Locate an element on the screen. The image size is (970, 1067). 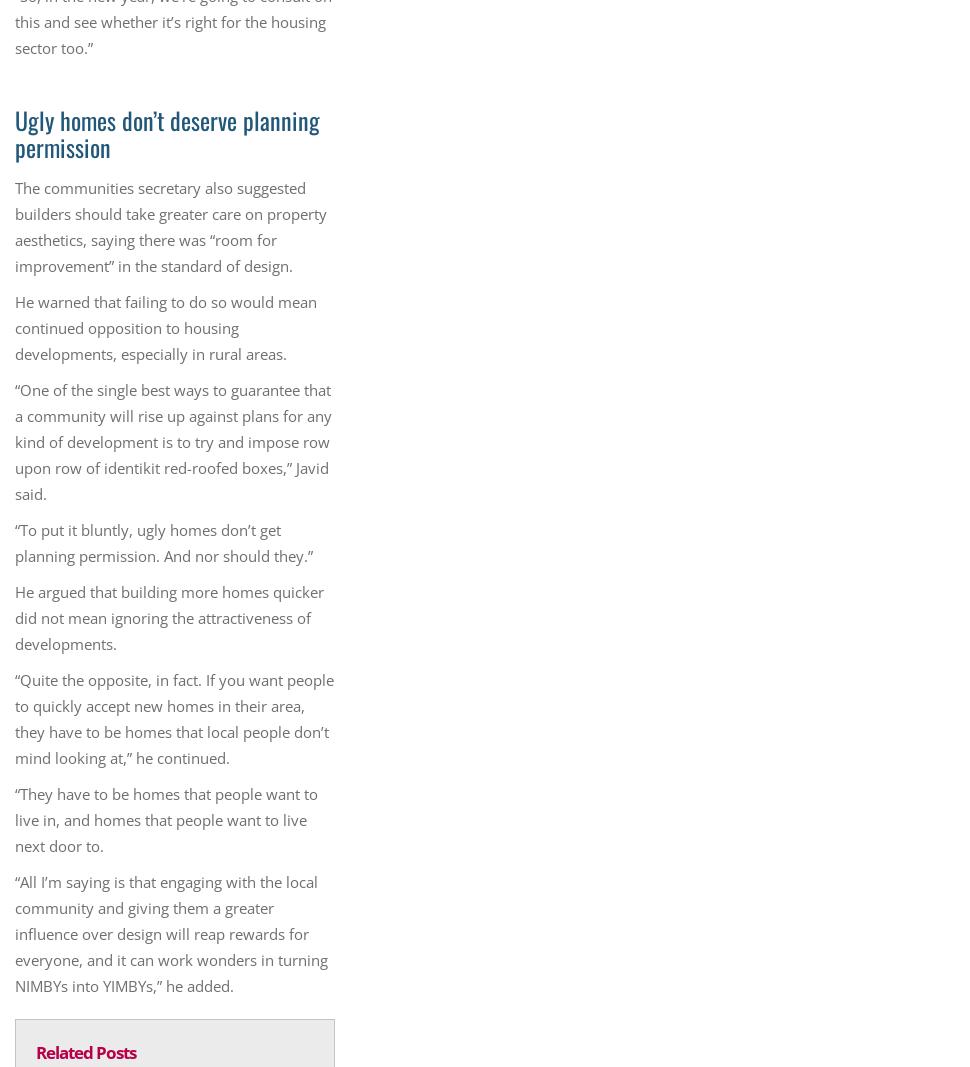
'“To put it bluntly, ugly homes don’t get planning permission. And nor should they.”' is located at coordinates (163, 542).